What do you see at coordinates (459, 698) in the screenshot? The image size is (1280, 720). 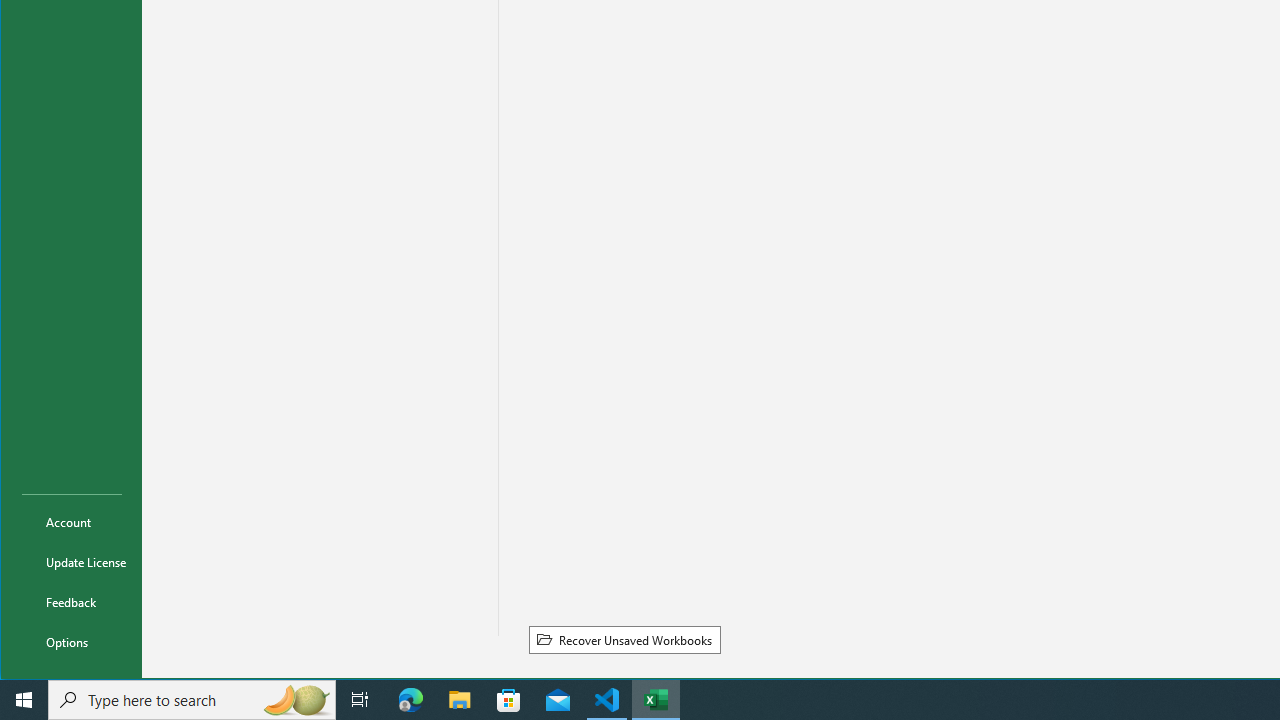 I see `'File Explorer'` at bounding box center [459, 698].